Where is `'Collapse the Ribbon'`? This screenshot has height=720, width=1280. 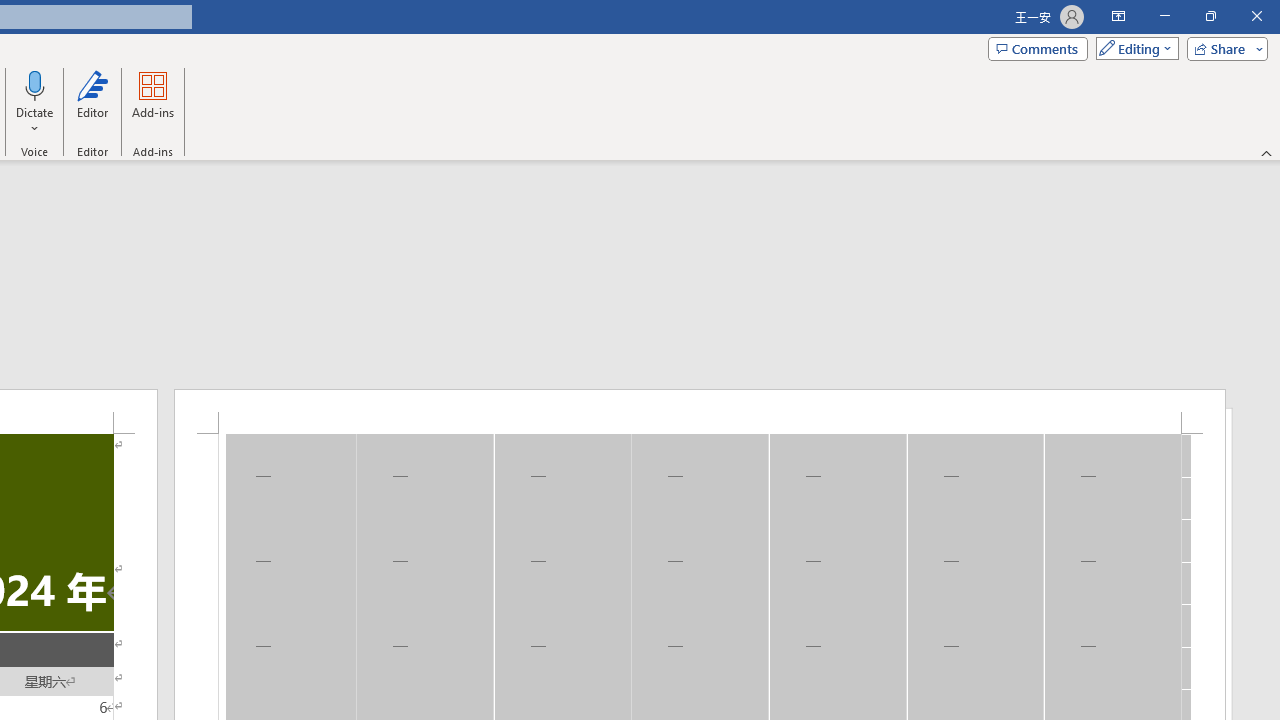 'Collapse the Ribbon' is located at coordinates (1266, 152).